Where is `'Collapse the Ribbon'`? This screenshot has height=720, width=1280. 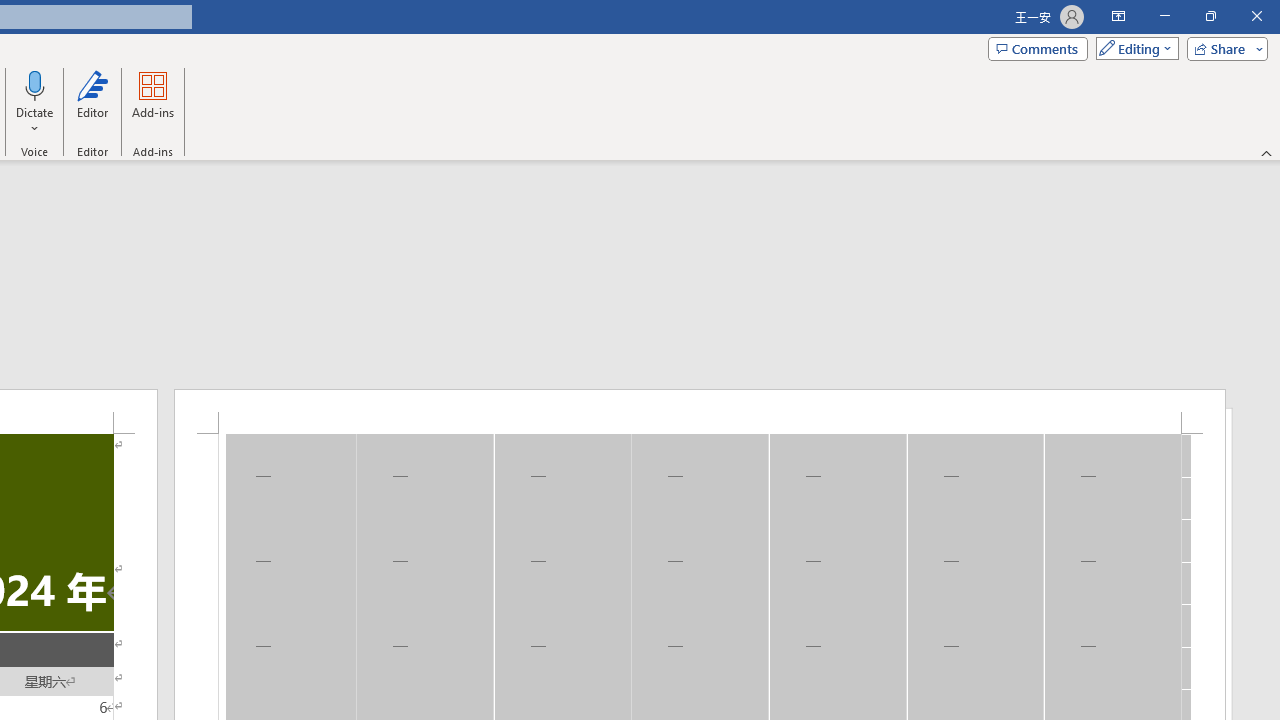 'Collapse the Ribbon' is located at coordinates (1266, 152).